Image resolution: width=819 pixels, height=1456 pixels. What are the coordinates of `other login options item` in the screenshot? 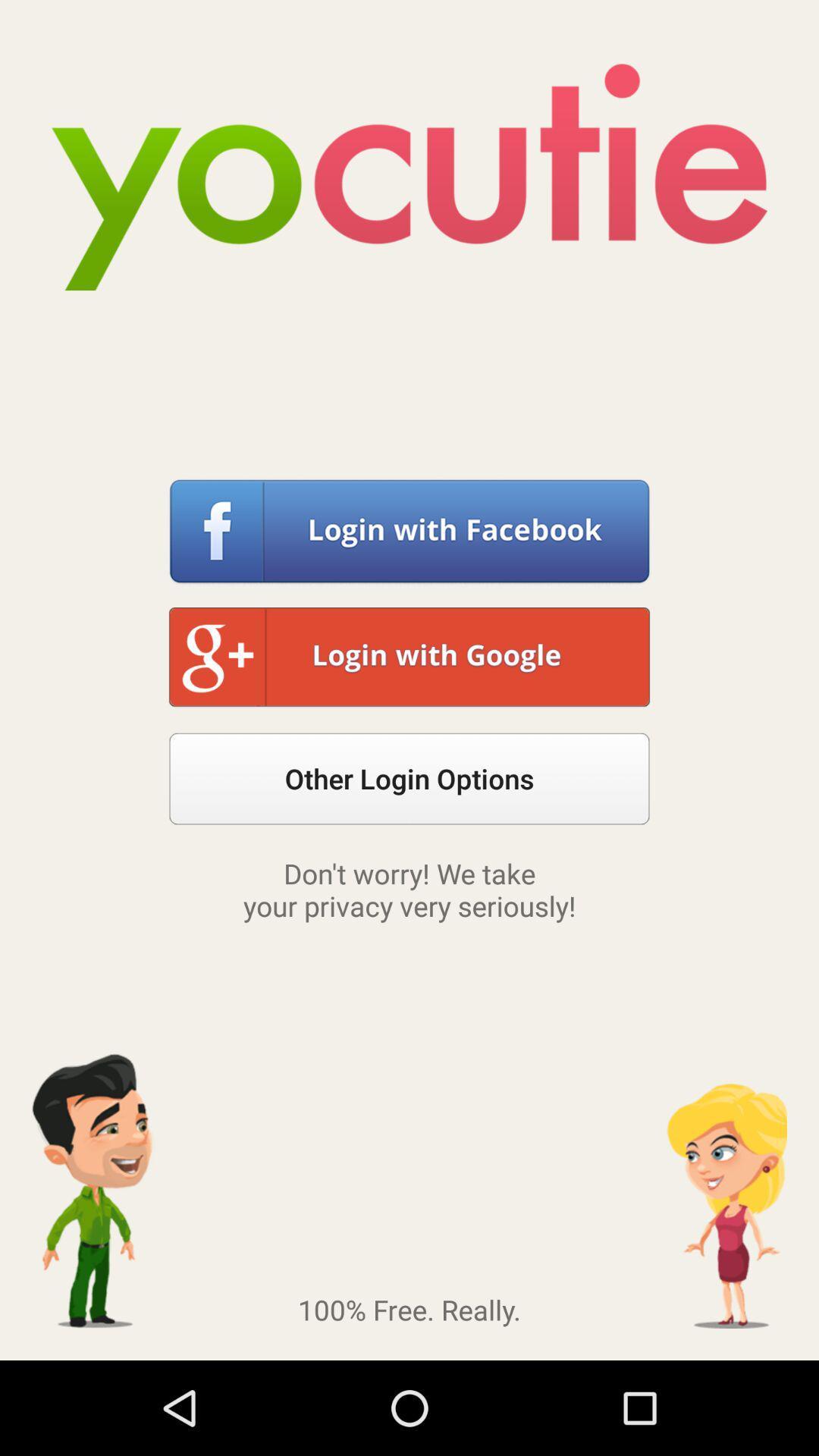 It's located at (409, 779).